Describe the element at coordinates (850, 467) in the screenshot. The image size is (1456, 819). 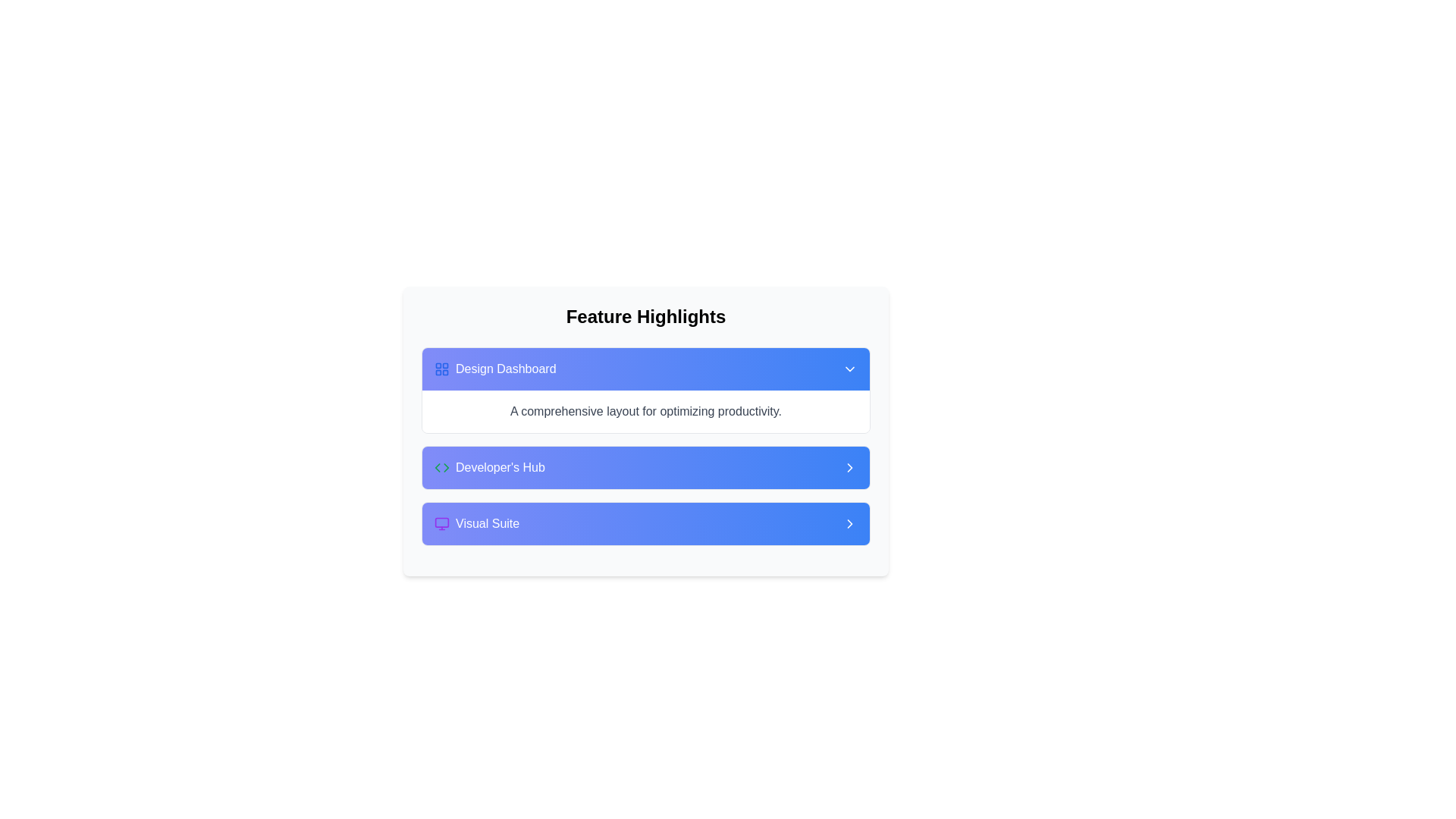
I see `the right-facing chevron icon indicating navigation or expansion located on the right side of the 'Developer's Hub' section under 'Feature Highlights'` at that location.